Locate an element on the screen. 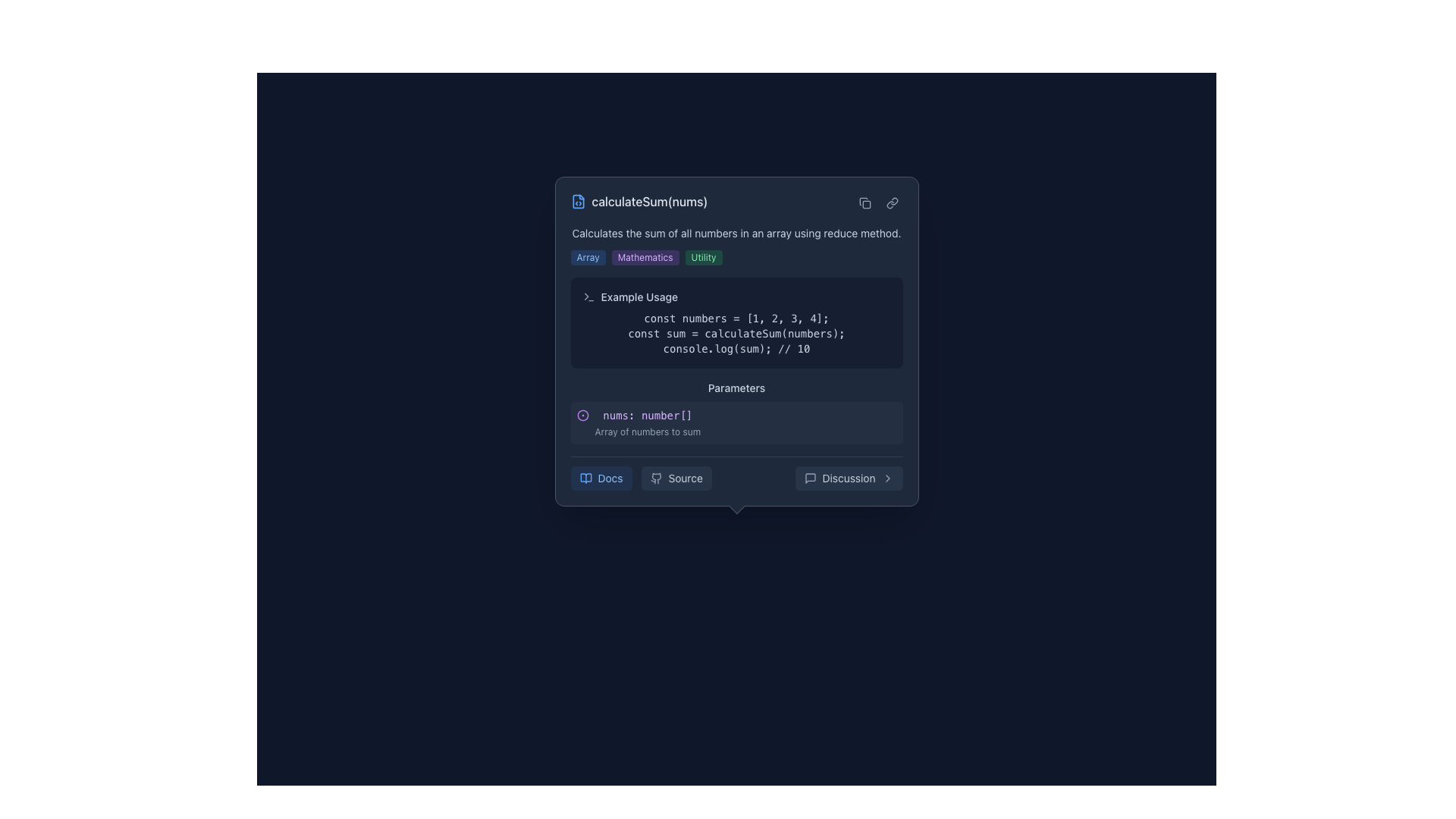  the 'Discussion' text label within the interactive button is located at coordinates (848, 479).